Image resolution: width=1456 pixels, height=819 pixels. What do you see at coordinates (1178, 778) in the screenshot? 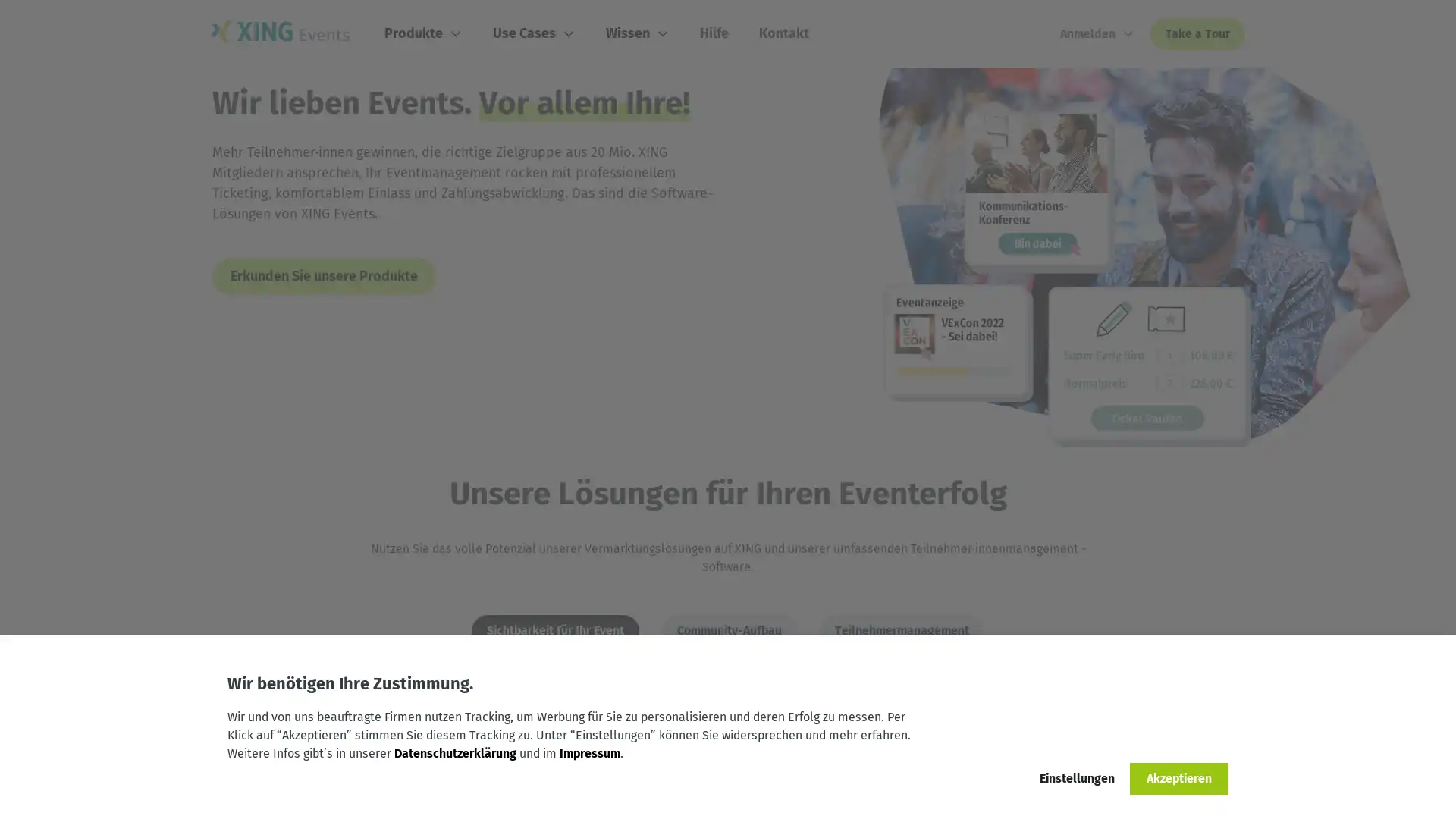
I see `Akzeptieren` at bounding box center [1178, 778].